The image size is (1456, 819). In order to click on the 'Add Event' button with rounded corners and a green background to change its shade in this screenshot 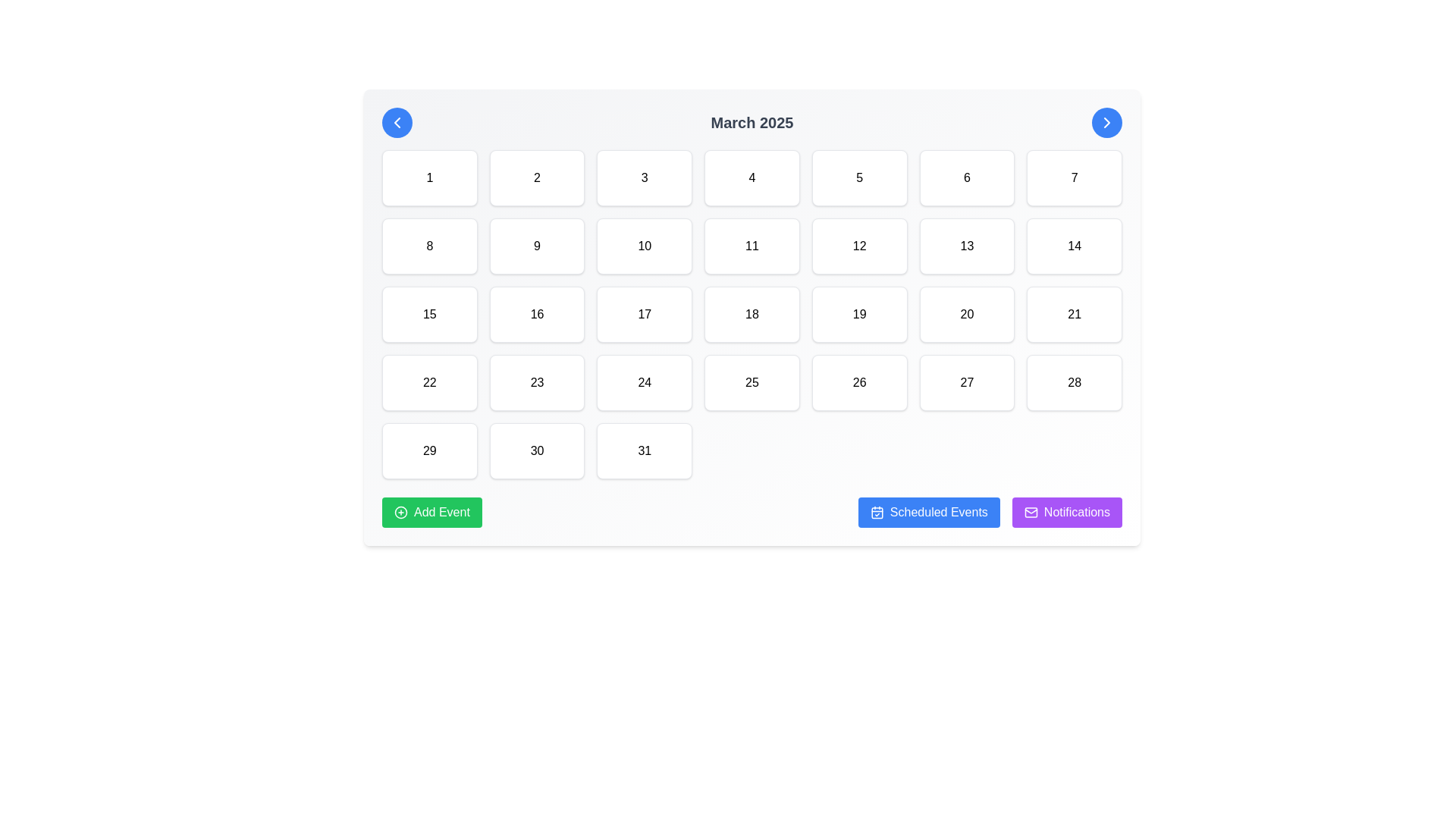, I will do `click(431, 512)`.